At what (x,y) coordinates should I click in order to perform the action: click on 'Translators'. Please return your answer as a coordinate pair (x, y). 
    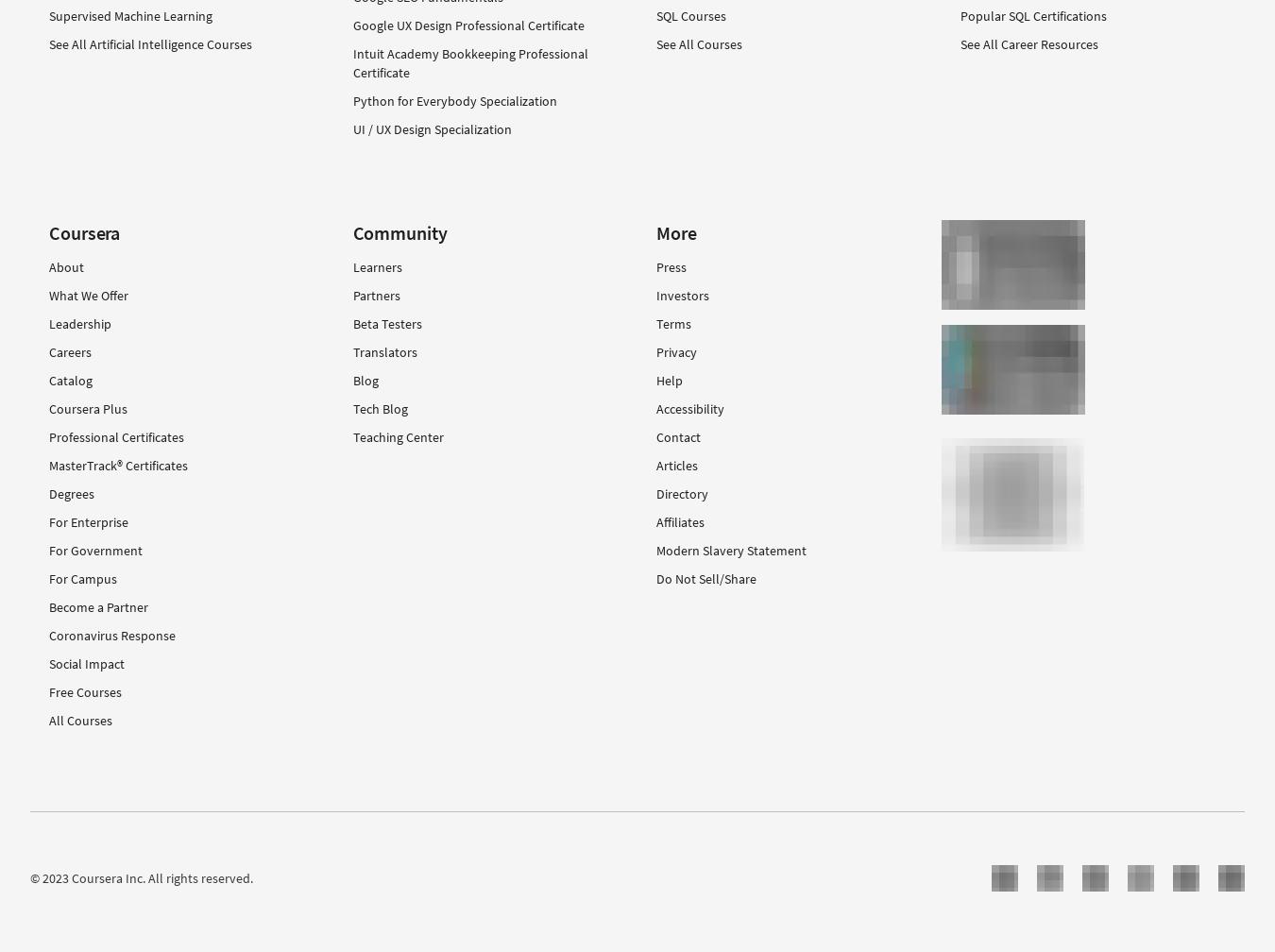
    Looking at the image, I should click on (384, 350).